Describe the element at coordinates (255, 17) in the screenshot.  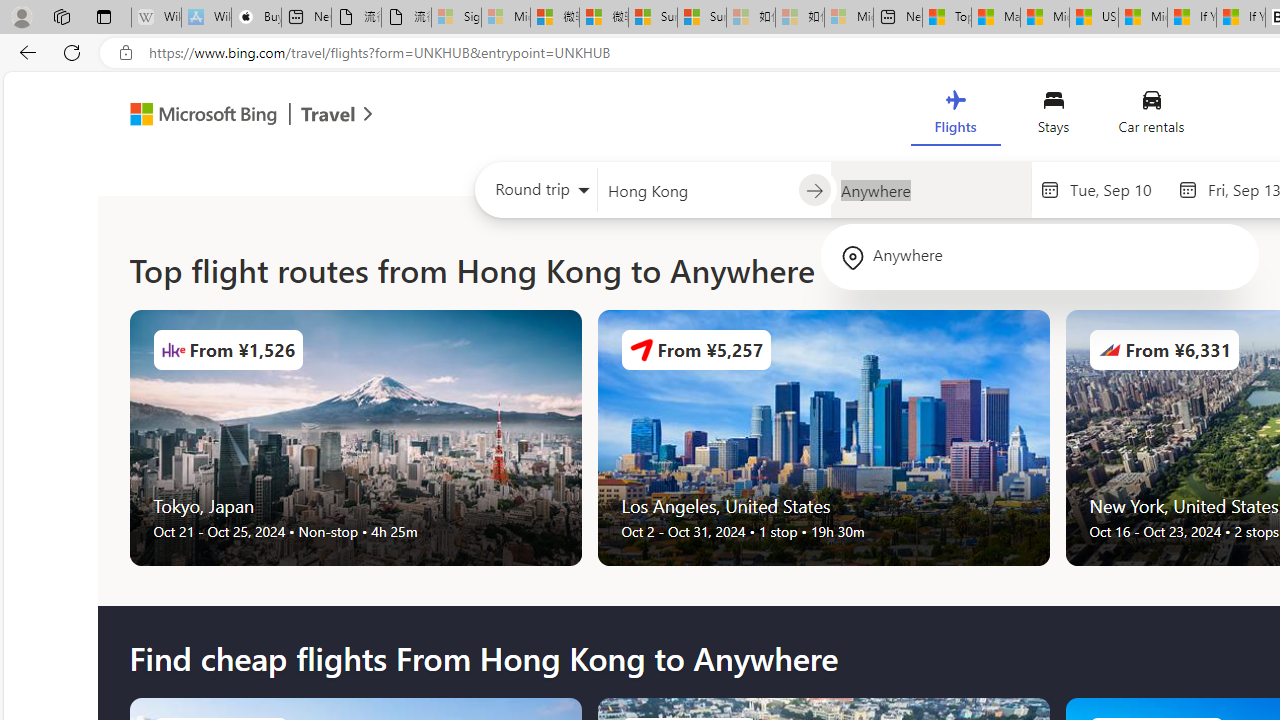
I see `'Buy iPad - Apple'` at that location.